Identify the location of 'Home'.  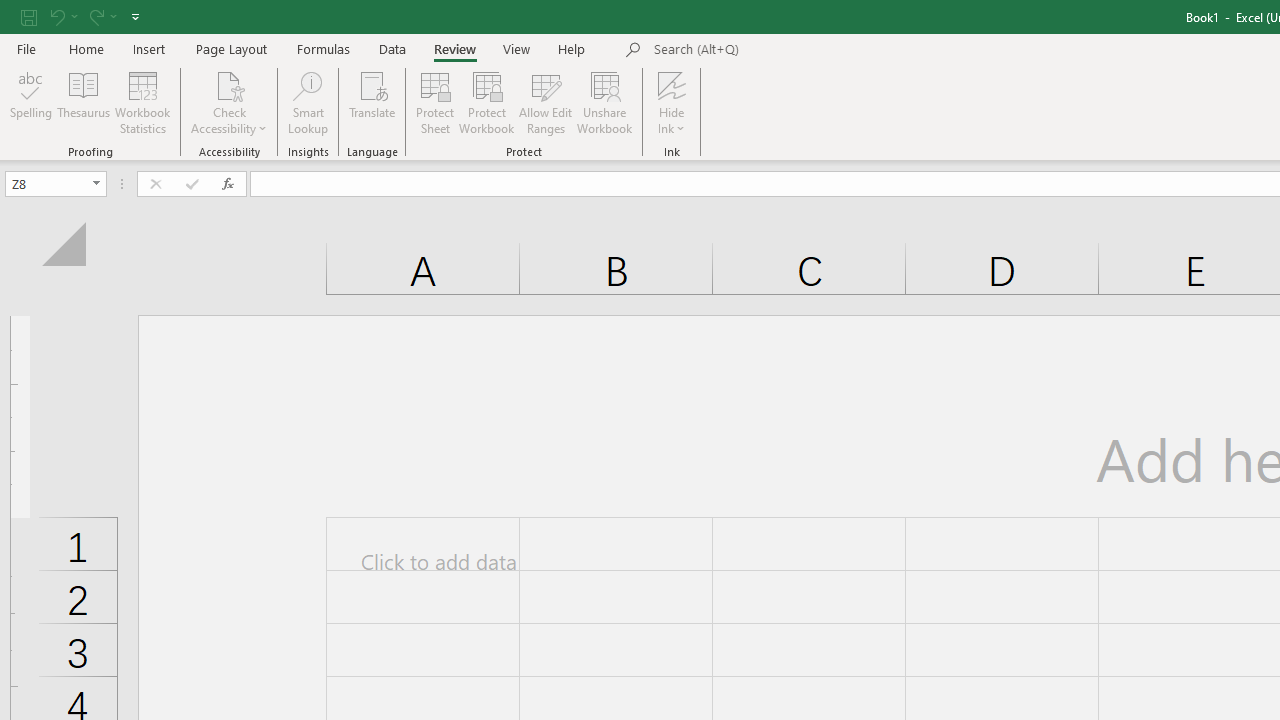
(85, 48).